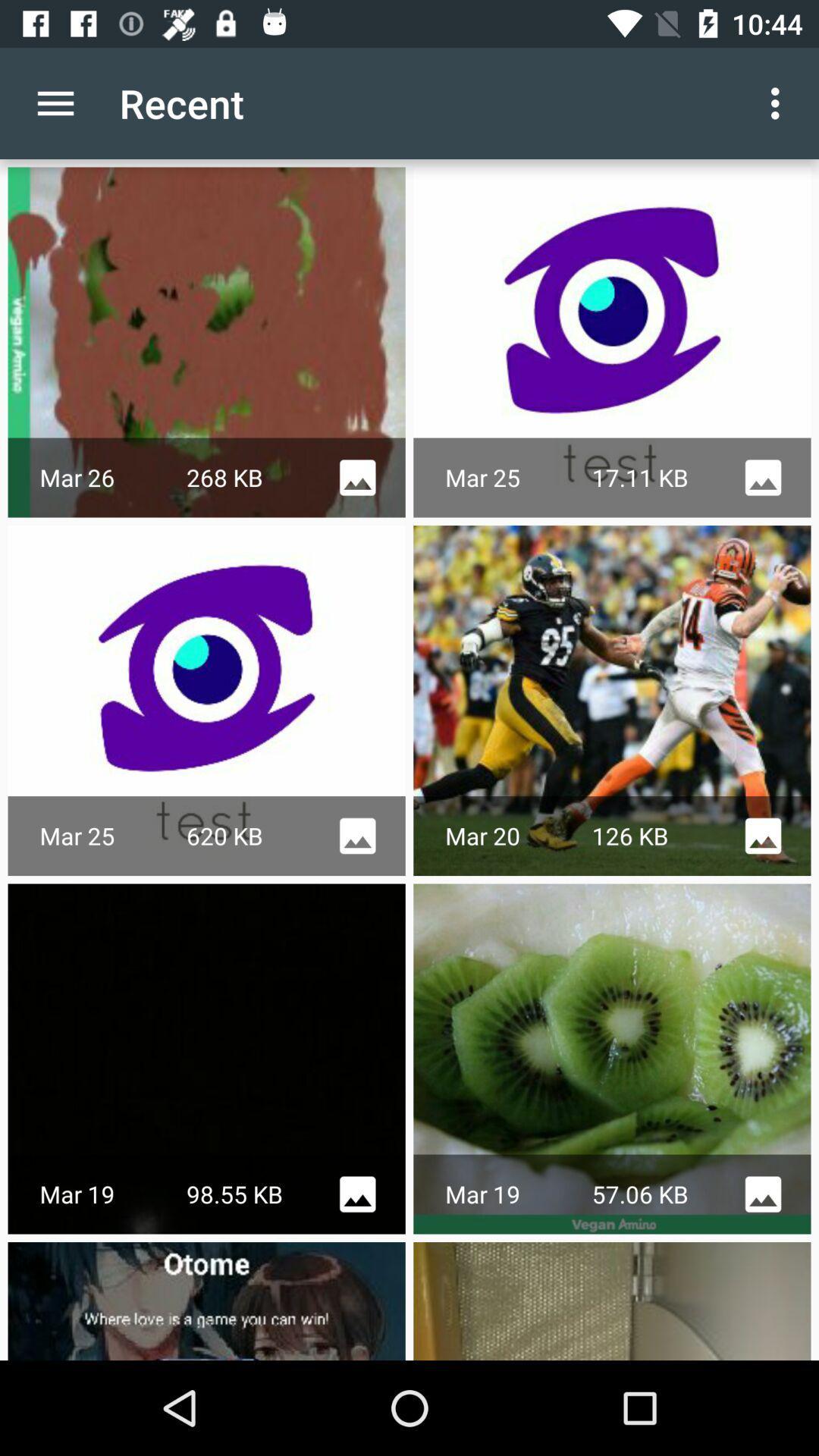 The image size is (819, 1456). Describe the element at coordinates (779, 102) in the screenshot. I see `the item to the right of the recent item` at that location.